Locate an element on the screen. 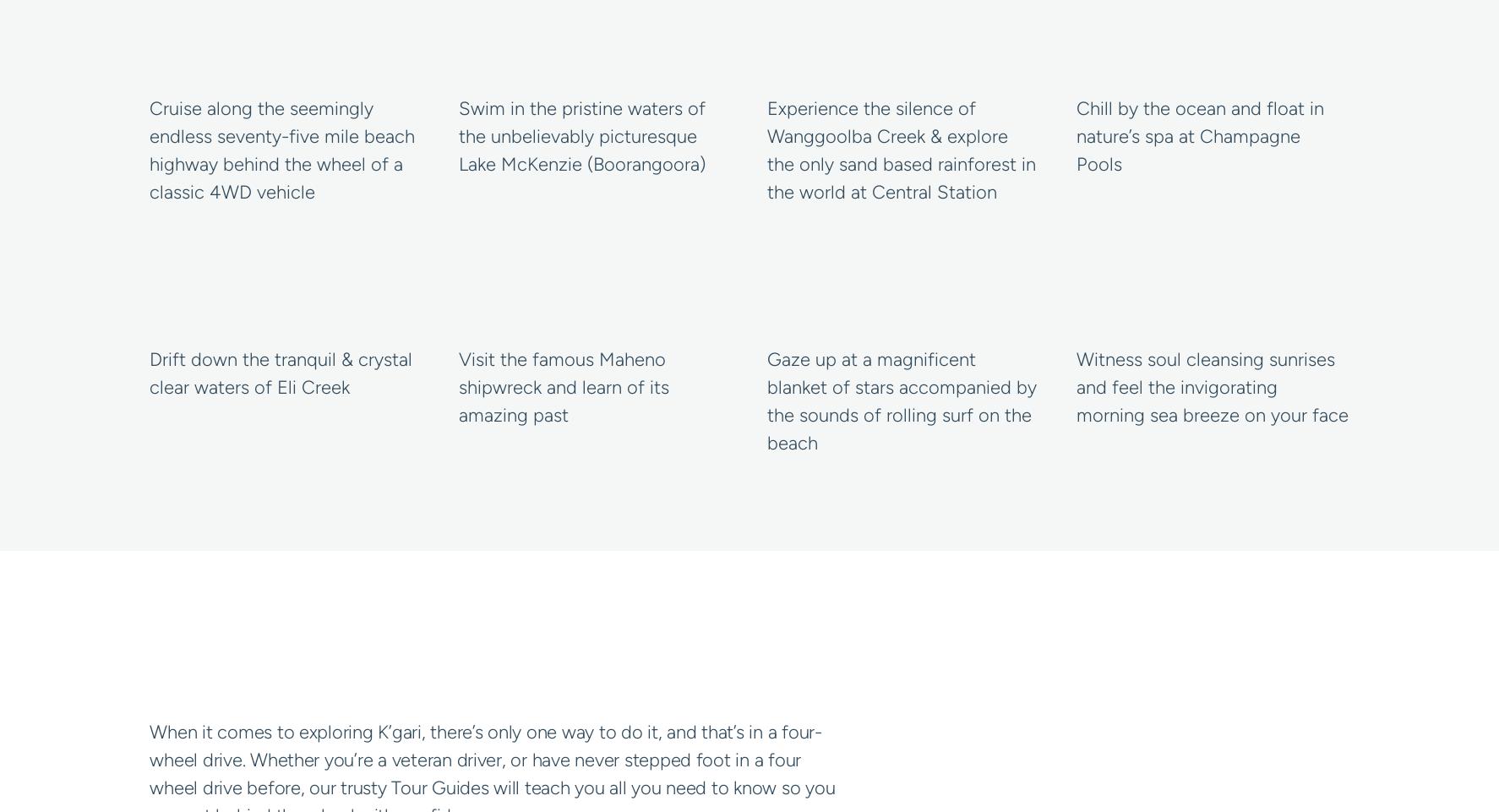 Image resolution: width=1499 pixels, height=812 pixels. 'Visit the famous Maheno shipwreck and learn of its amazing past' is located at coordinates (563, 386).